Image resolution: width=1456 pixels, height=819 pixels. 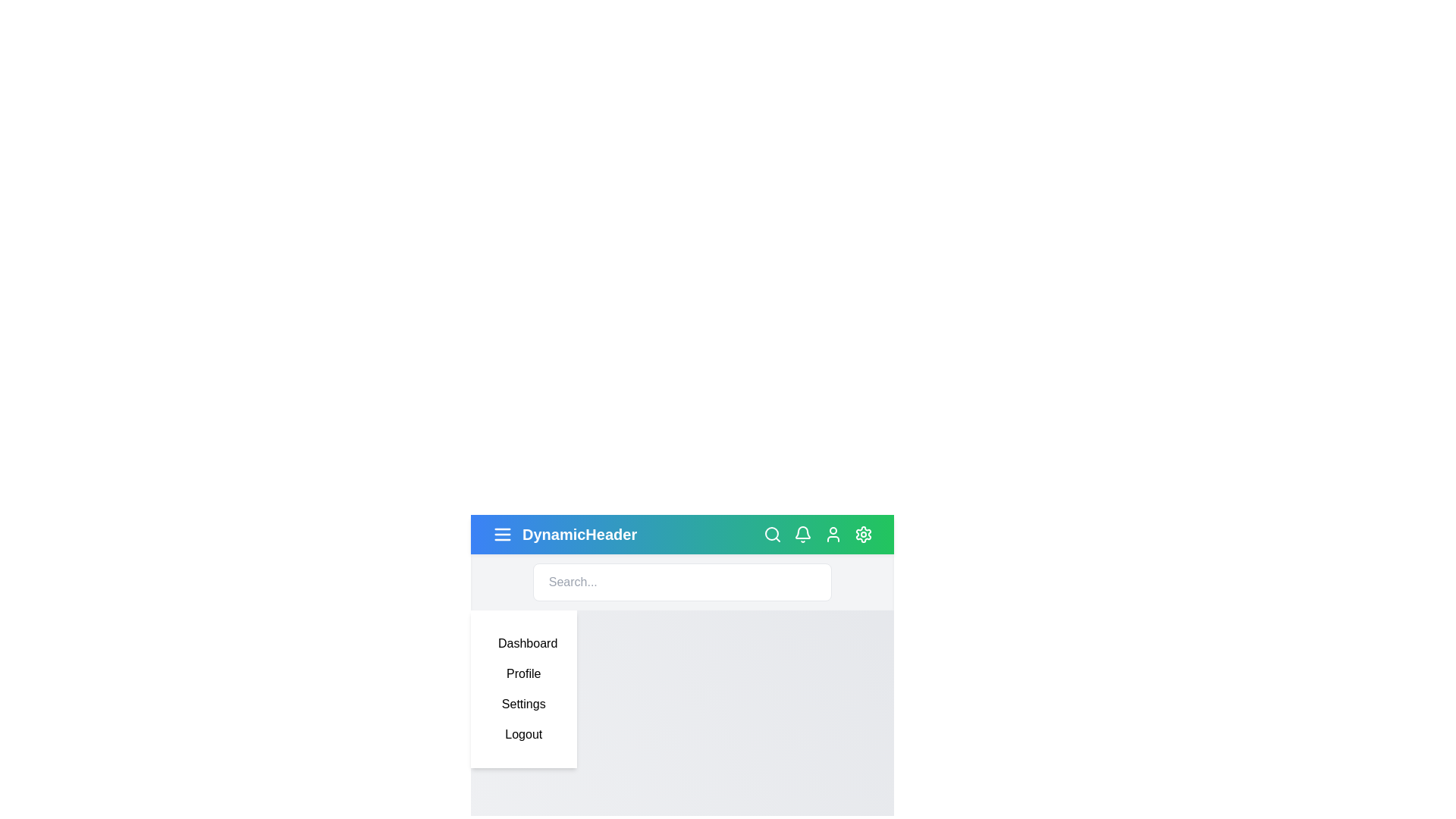 I want to click on the 'Settings' menu item in the dropdown menu, so click(x=523, y=704).